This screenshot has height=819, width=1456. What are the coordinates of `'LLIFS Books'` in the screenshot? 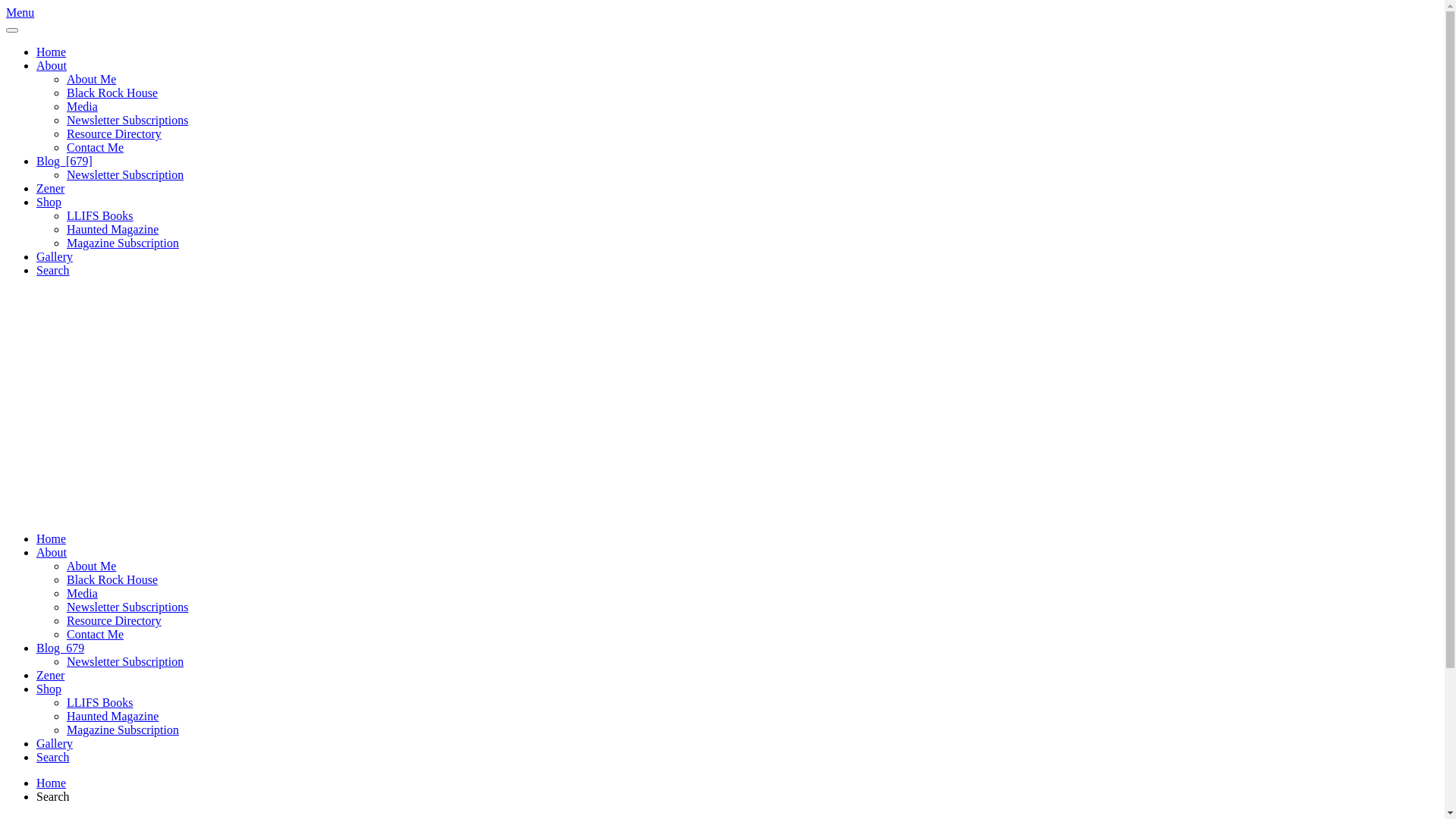 It's located at (99, 702).